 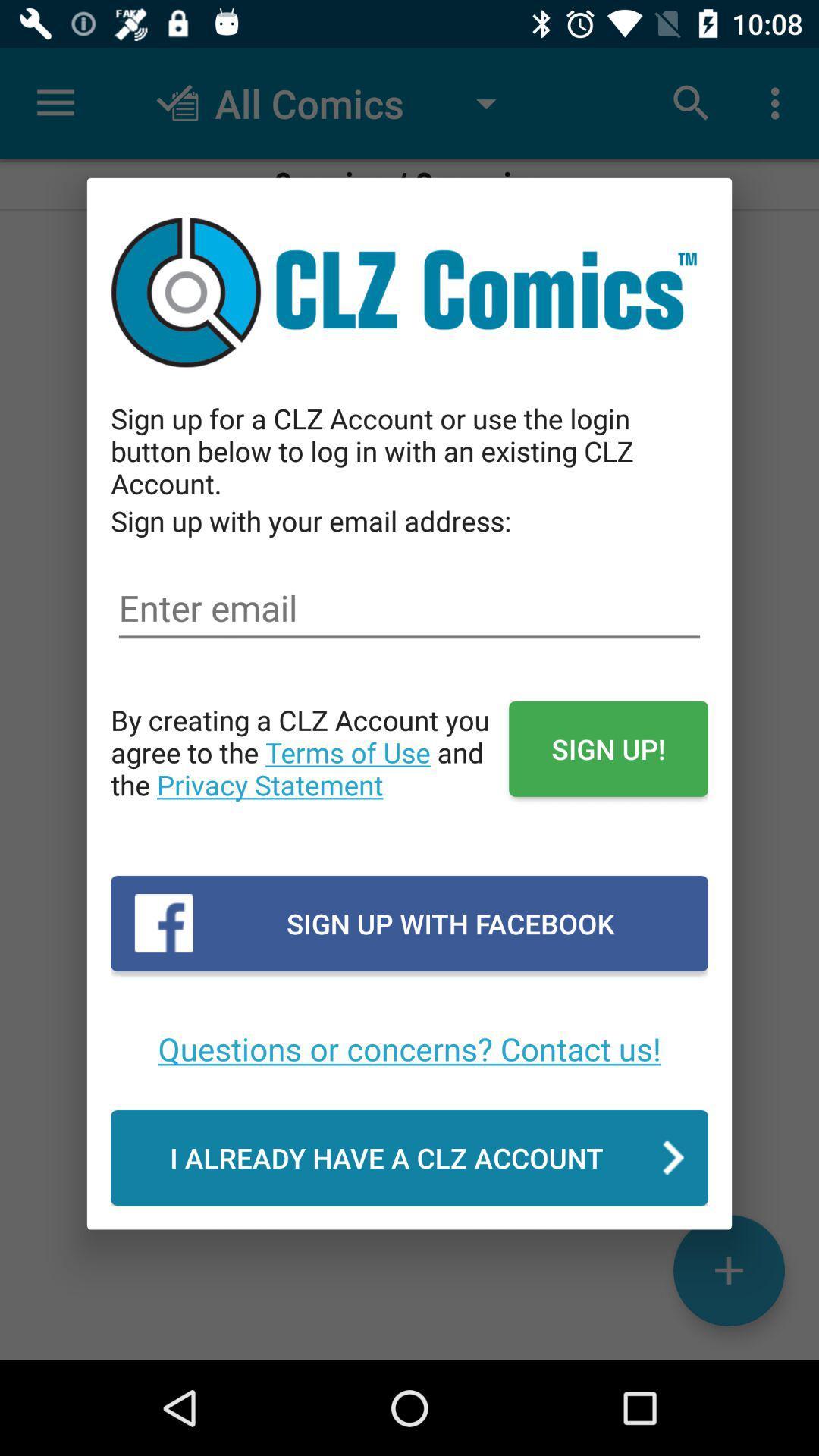 What do you see at coordinates (409, 1156) in the screenshot?
I see `the i already have icon` at bounding box center [409, 1156].